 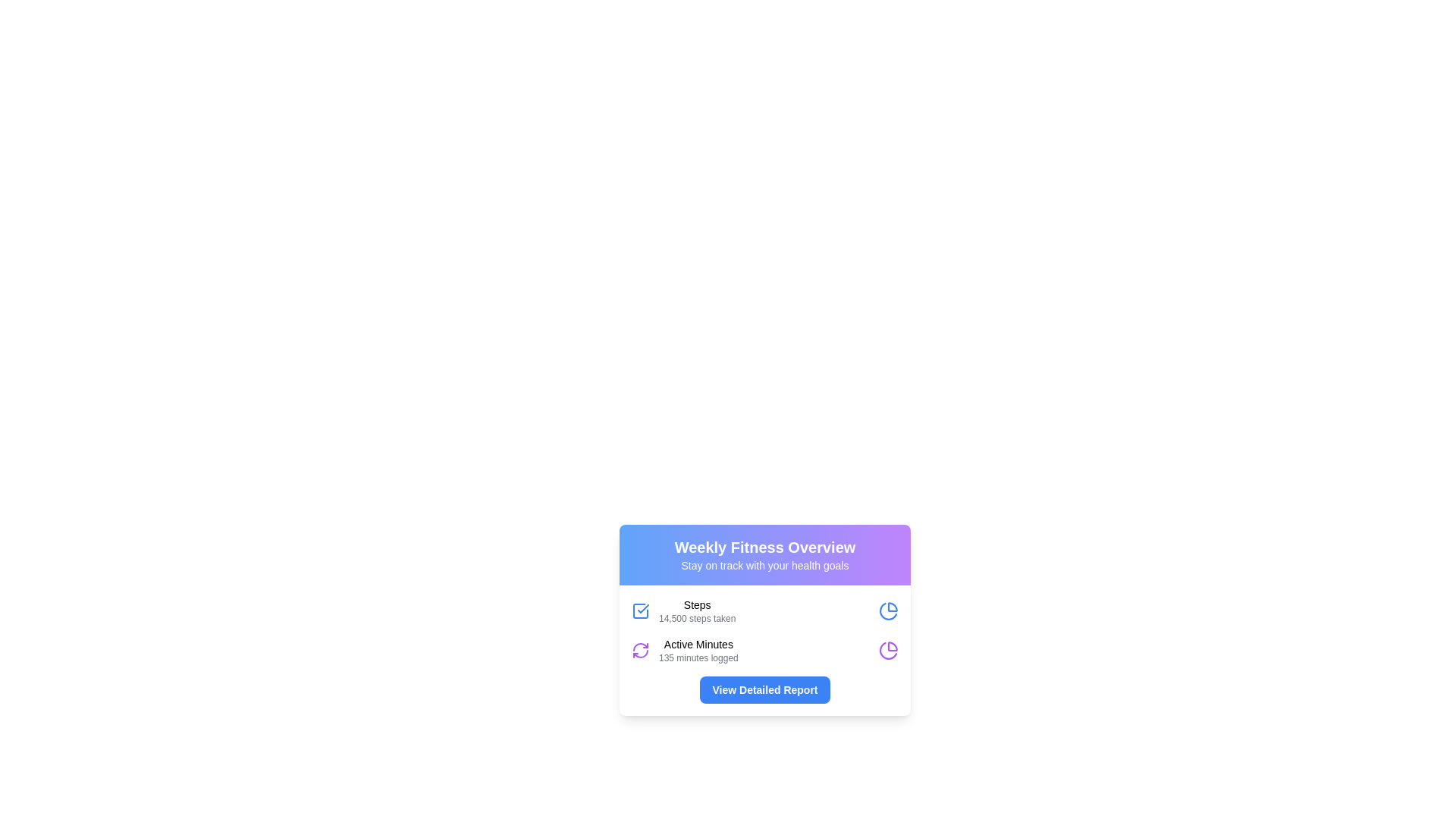 I want to click on the text element displaying 'Weekly Fitness Overview', which is in a large, bold white font against a blue to purple gradient background, so click(x=764, y=547).